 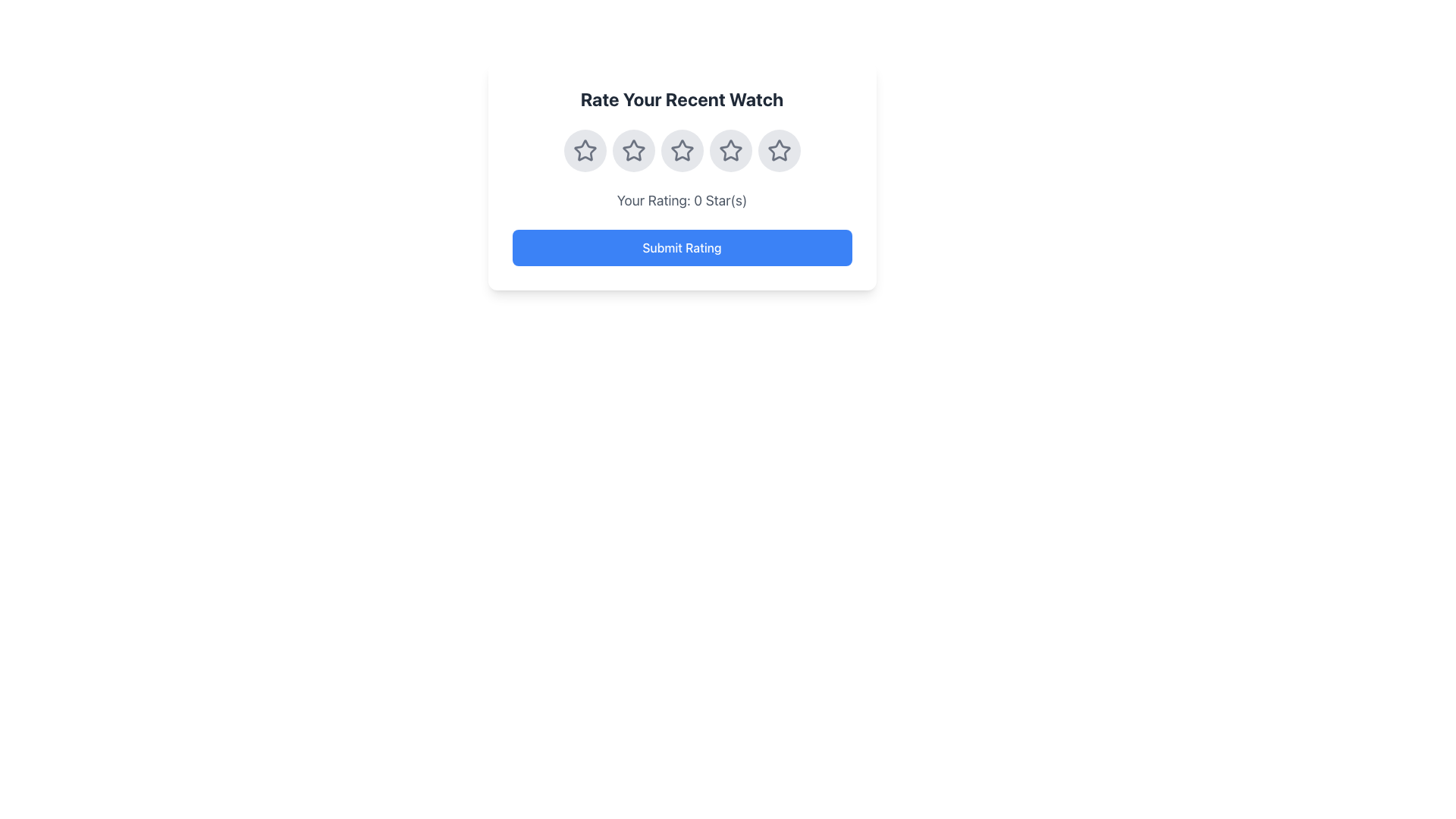 I want to click on the fourth star-shaped icon, so click(x=779, y=151).